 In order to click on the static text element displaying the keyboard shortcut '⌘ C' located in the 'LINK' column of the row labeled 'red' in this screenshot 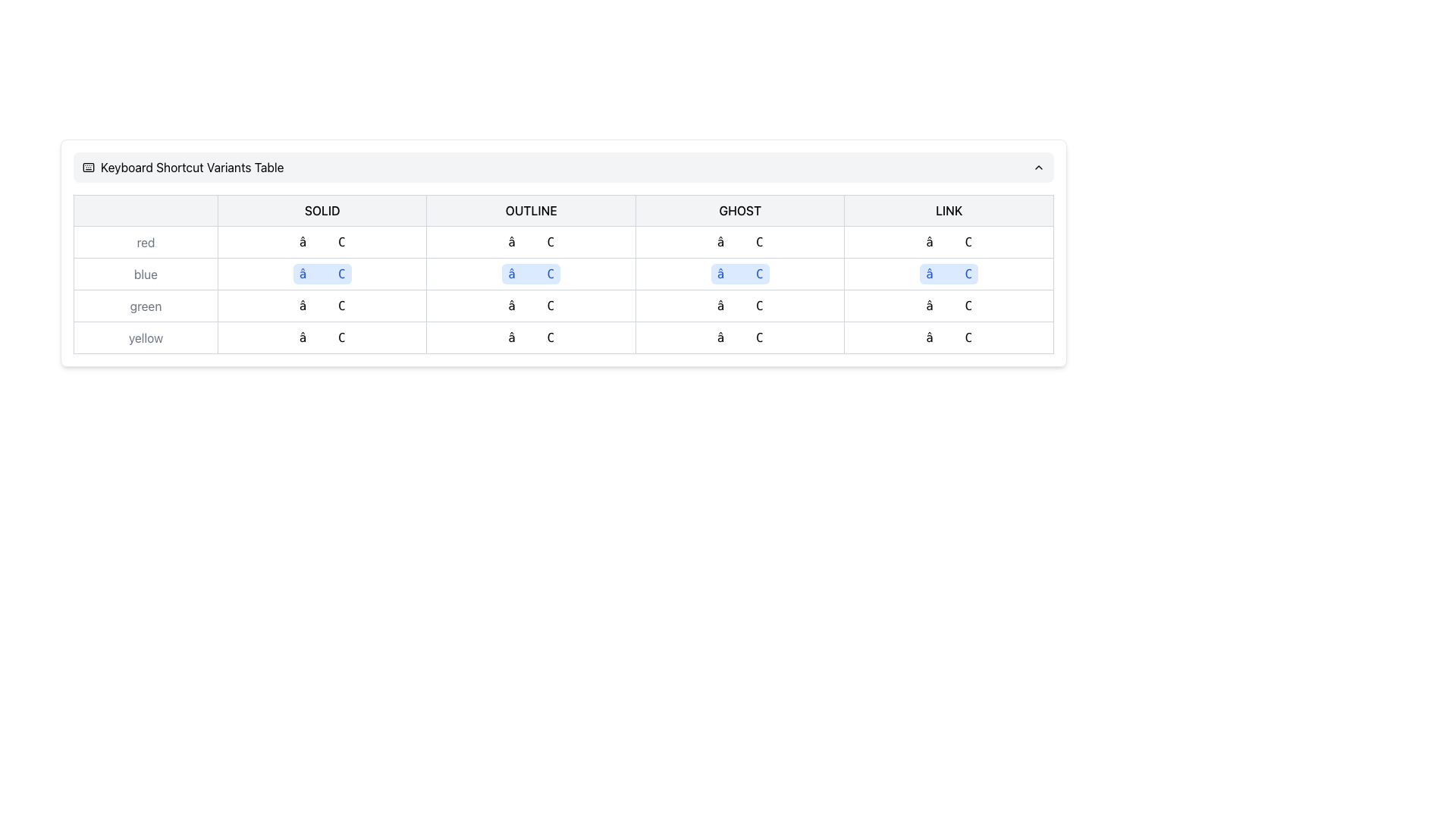, I will do `click(948, 241)`.